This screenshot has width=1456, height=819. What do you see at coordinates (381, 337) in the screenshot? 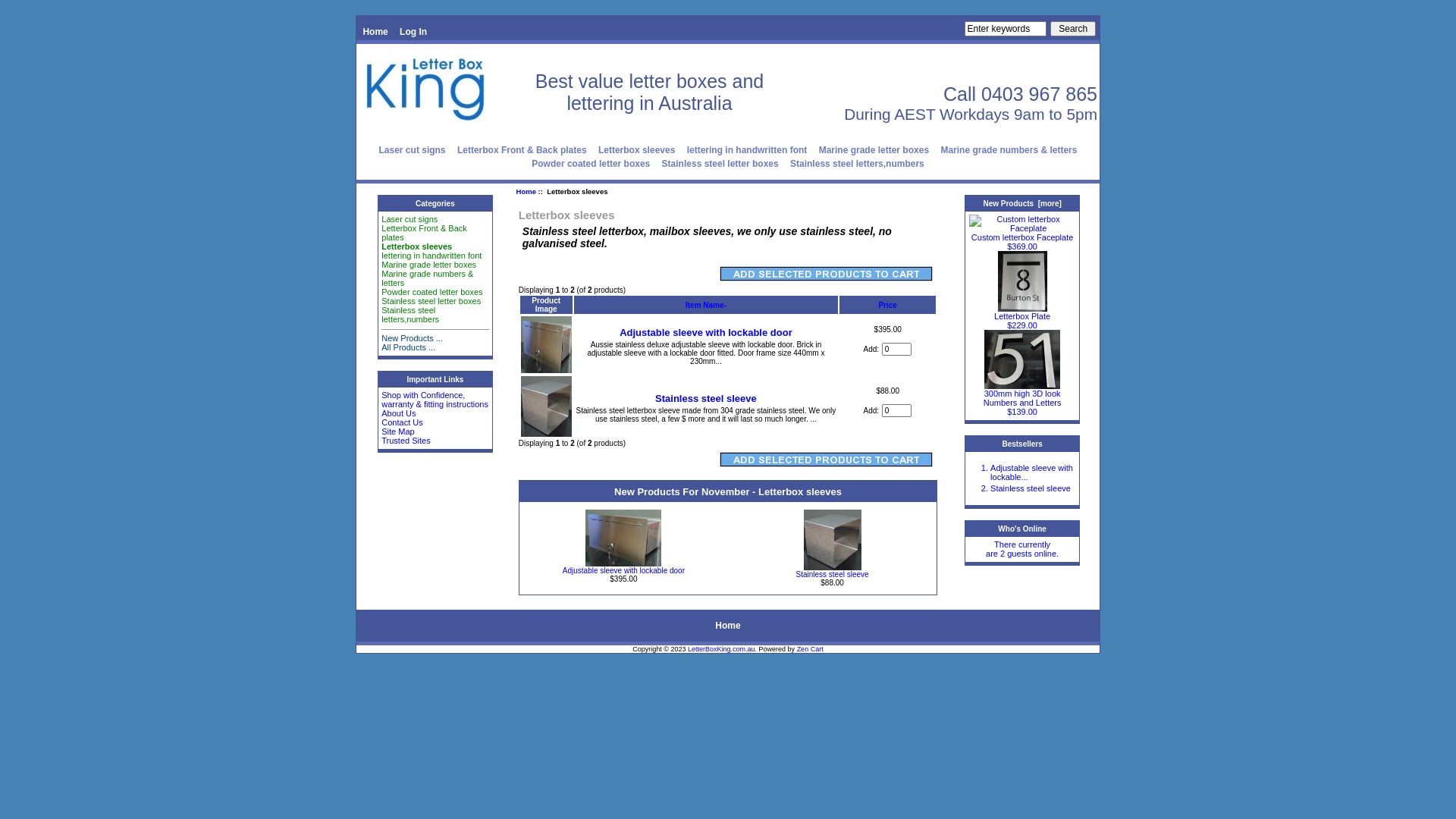
I see `'New Products ...'` at bounding box center [381, 337].